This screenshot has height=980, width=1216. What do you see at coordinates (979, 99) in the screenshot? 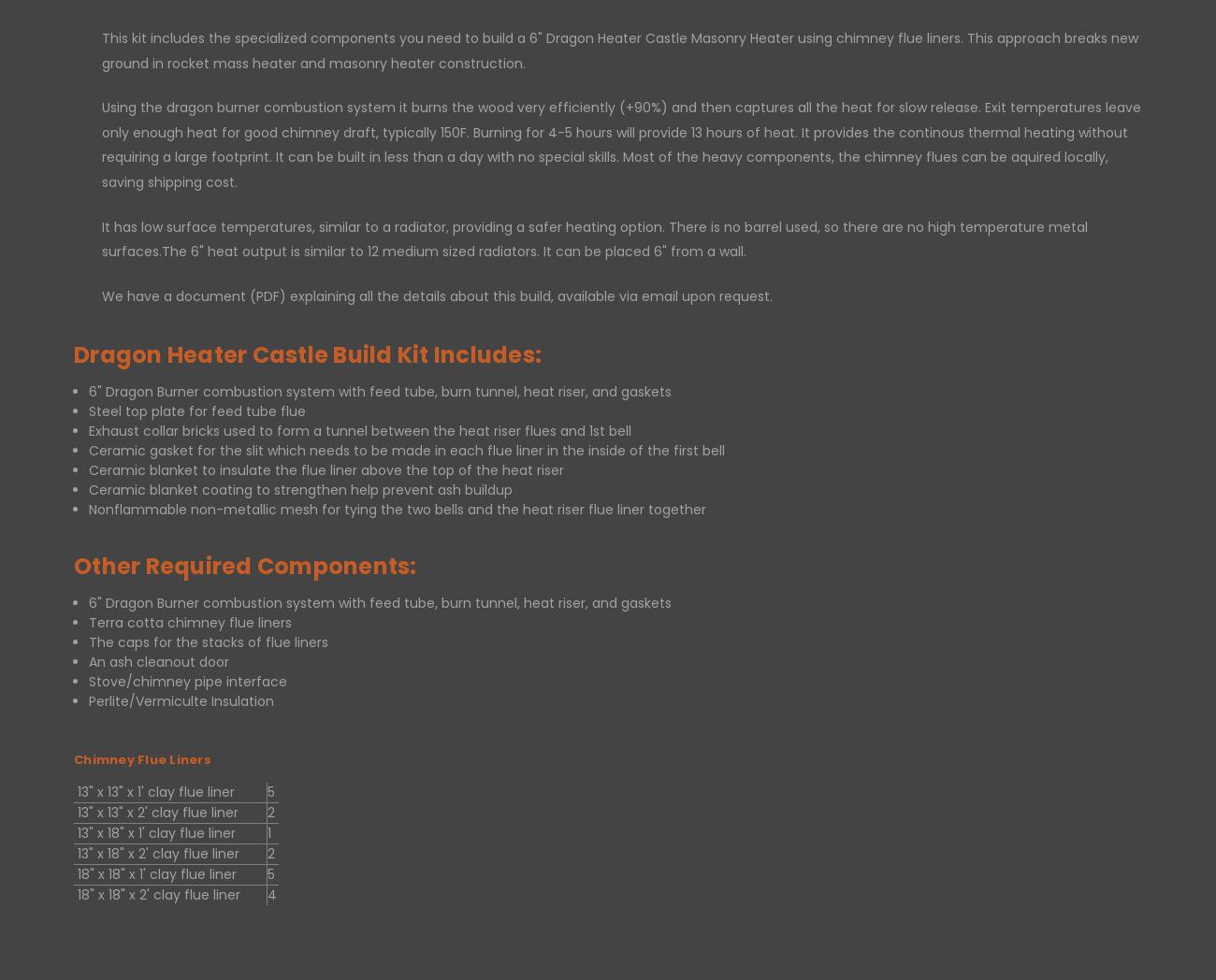
I see `'Premixed Fireclay Mortar, 1 quart'` at bounding box center [979, 99].